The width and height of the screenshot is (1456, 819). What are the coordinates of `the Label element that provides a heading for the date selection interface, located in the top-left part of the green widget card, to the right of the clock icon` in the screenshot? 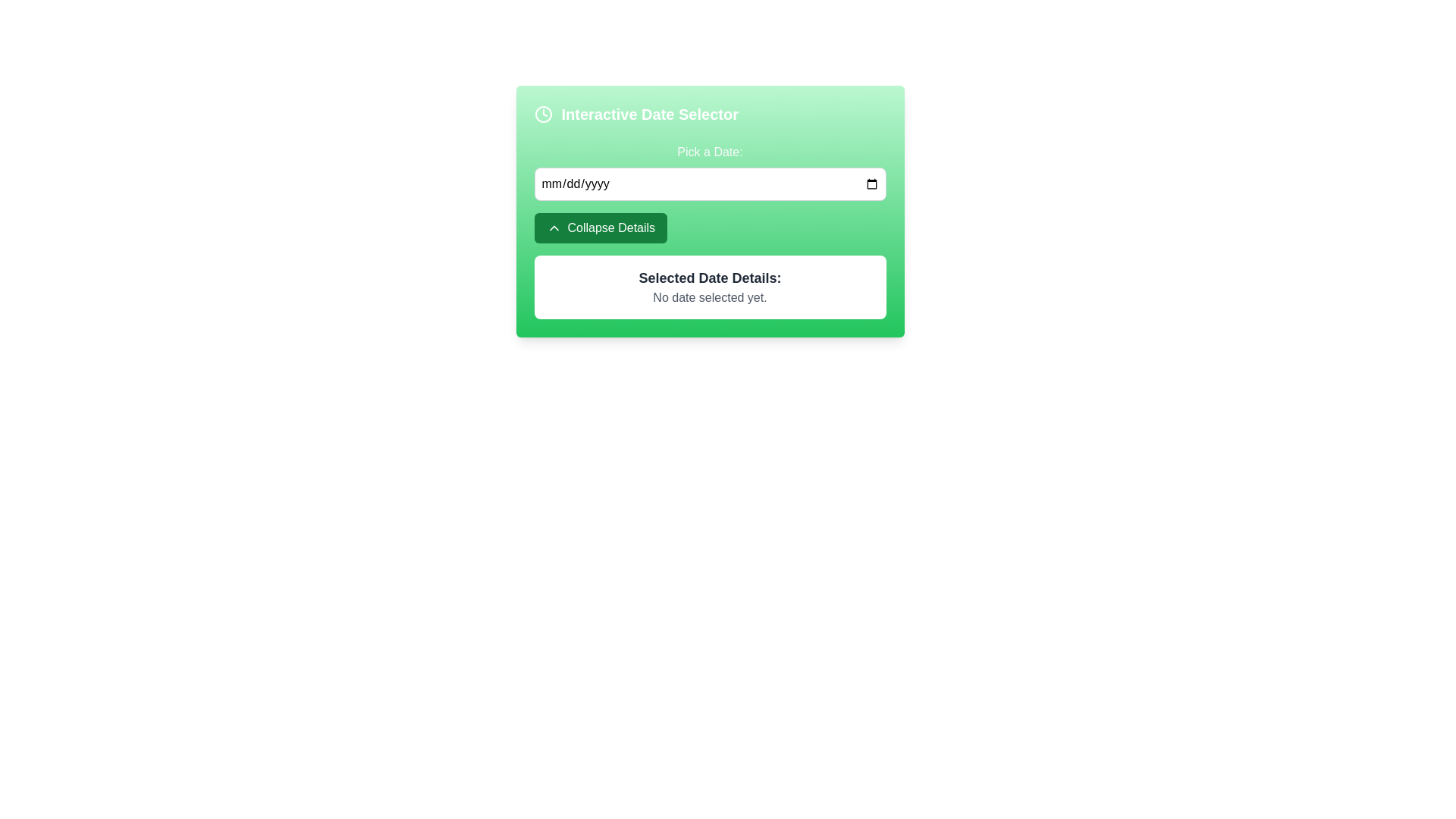 It's located at (650, 113).